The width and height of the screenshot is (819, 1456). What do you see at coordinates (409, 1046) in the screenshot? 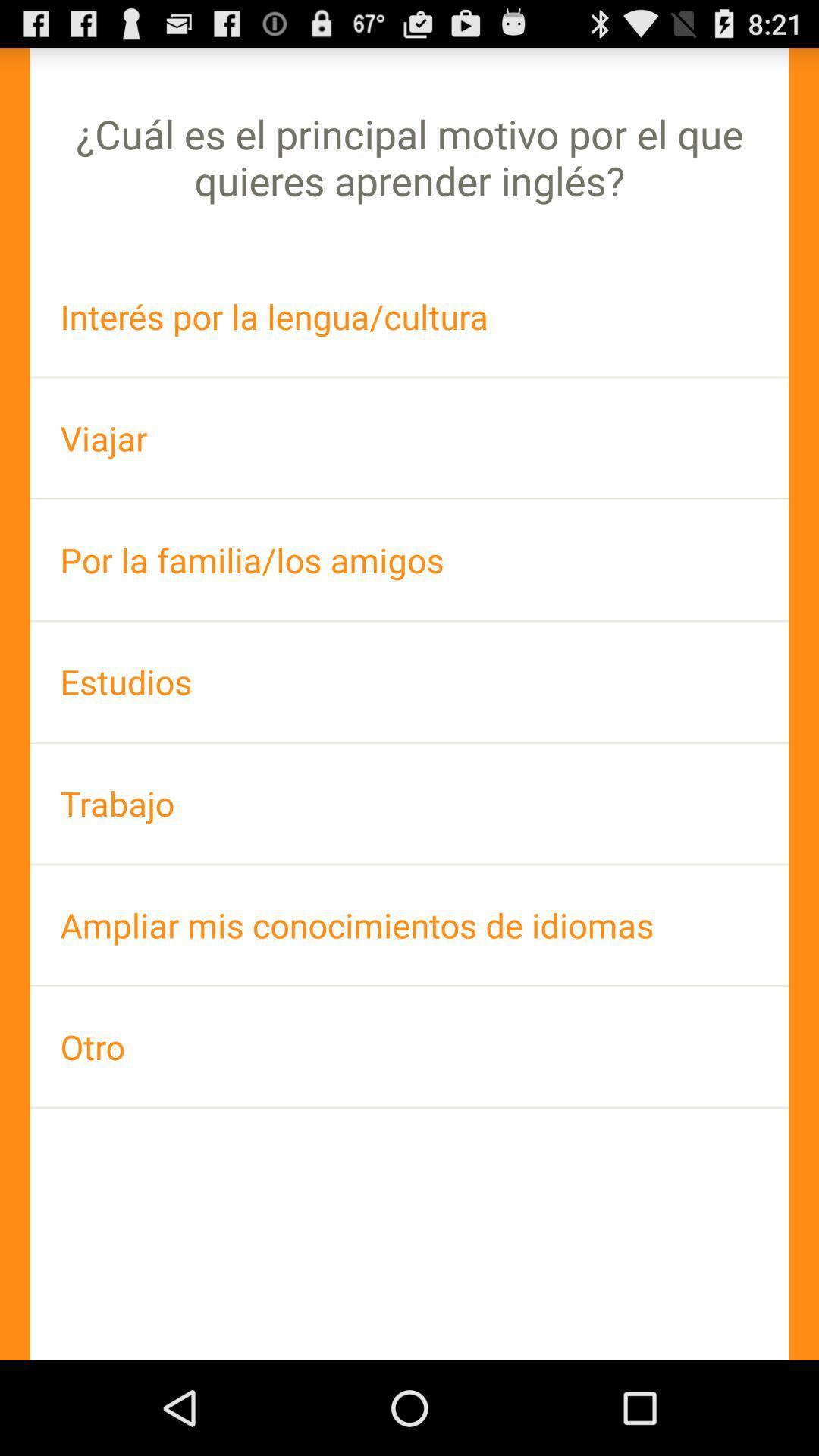
I see `otro` at bounding box center [409, 1046].